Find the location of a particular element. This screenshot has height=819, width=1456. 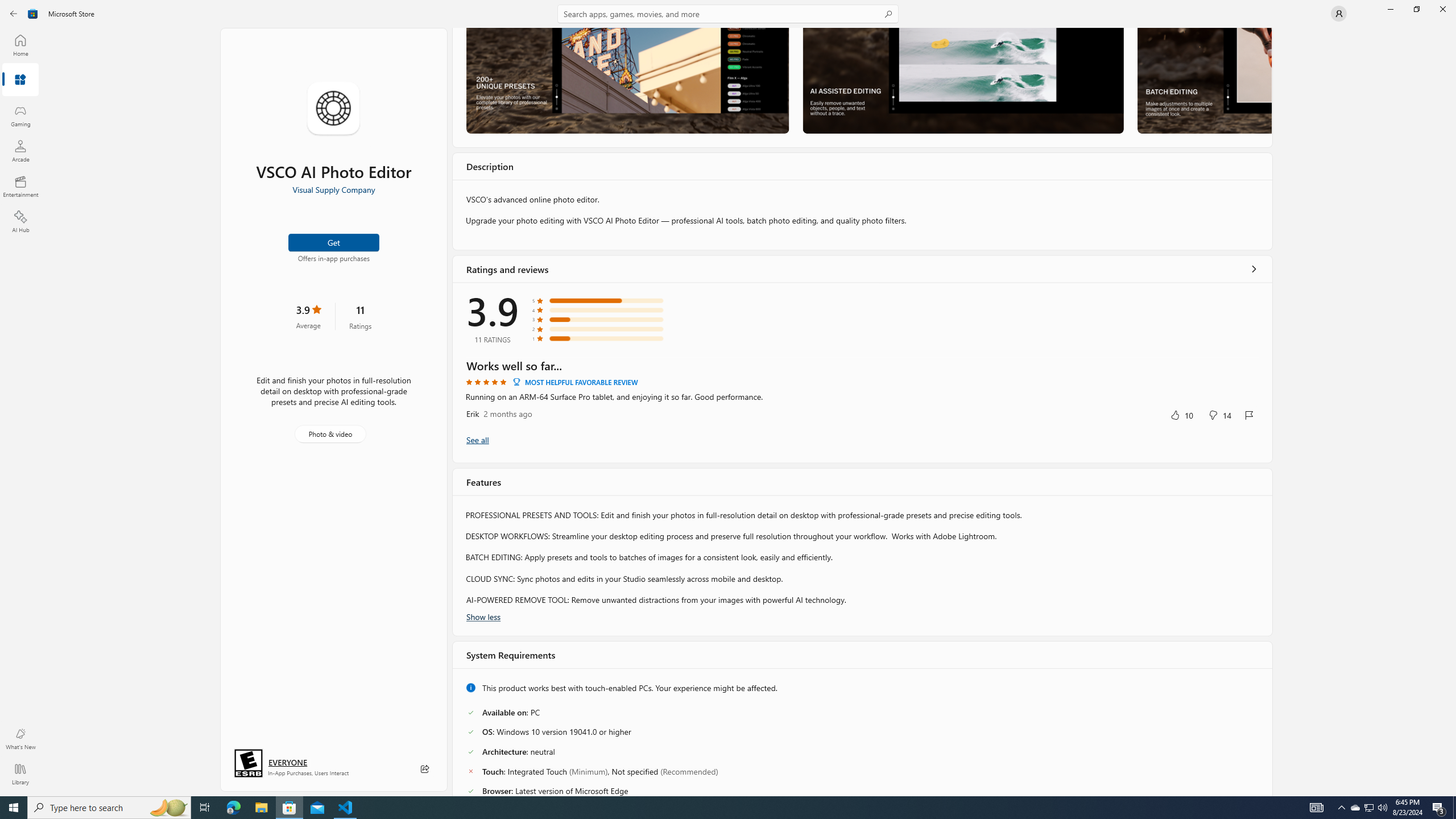

'Show less' is located at coordinates (482, 616).